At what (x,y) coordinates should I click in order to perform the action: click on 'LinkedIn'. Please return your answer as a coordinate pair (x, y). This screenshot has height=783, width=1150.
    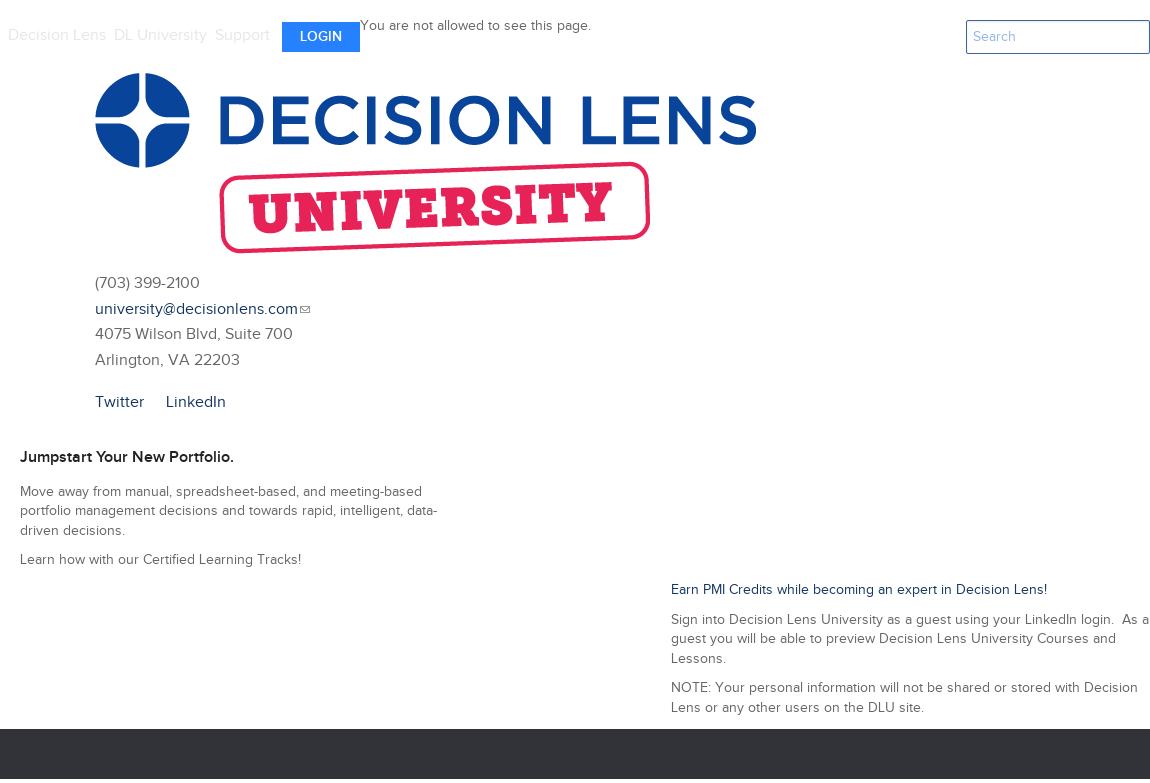
    Looking at the image, I should click on (194, 401).